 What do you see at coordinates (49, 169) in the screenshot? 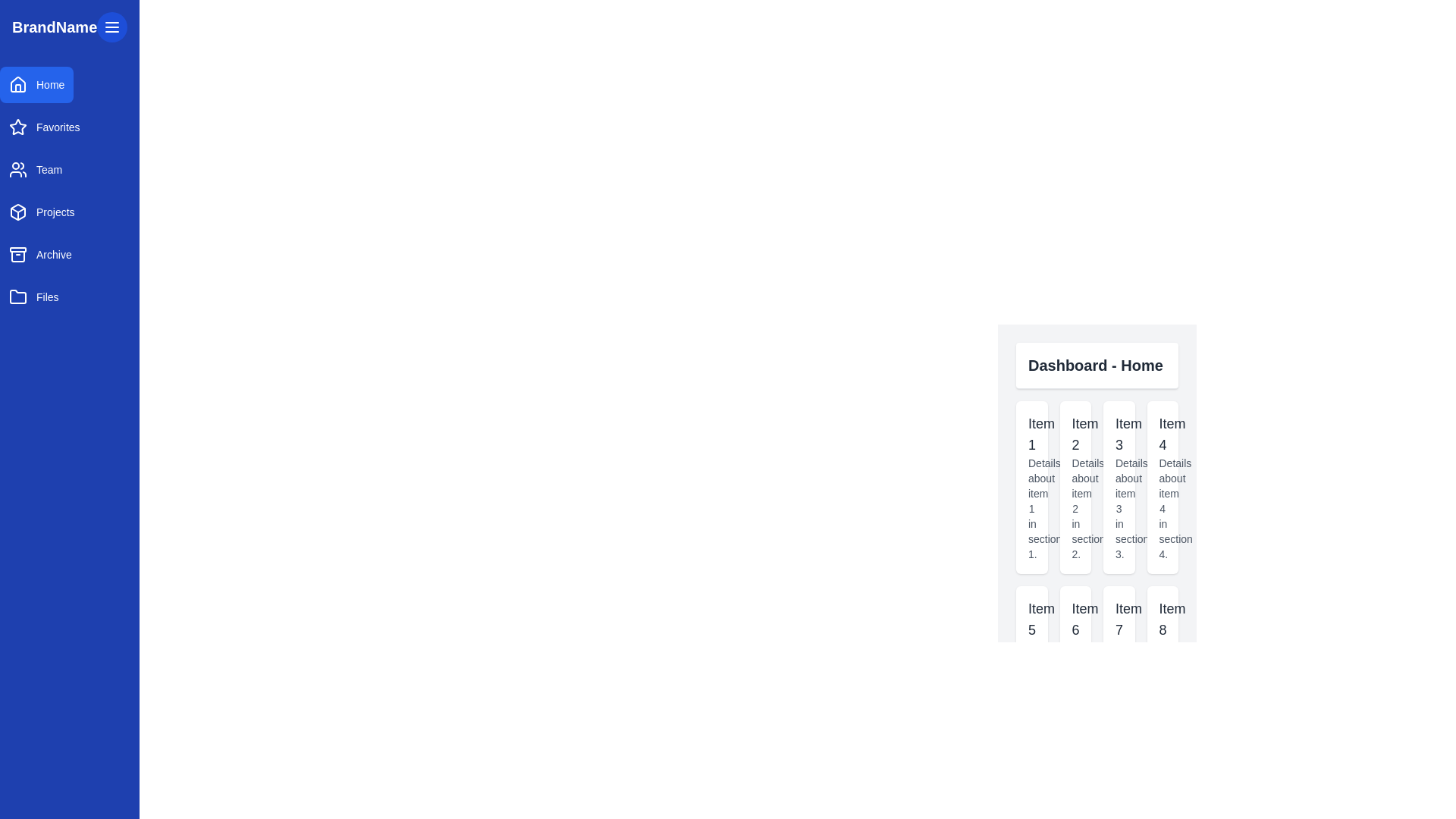
I see `displayed text on the 'Team' label, which is a white font on a blue background located in the left sidebar, between 'Favorites' and 'Projects'` at bounding box center [49, 169].